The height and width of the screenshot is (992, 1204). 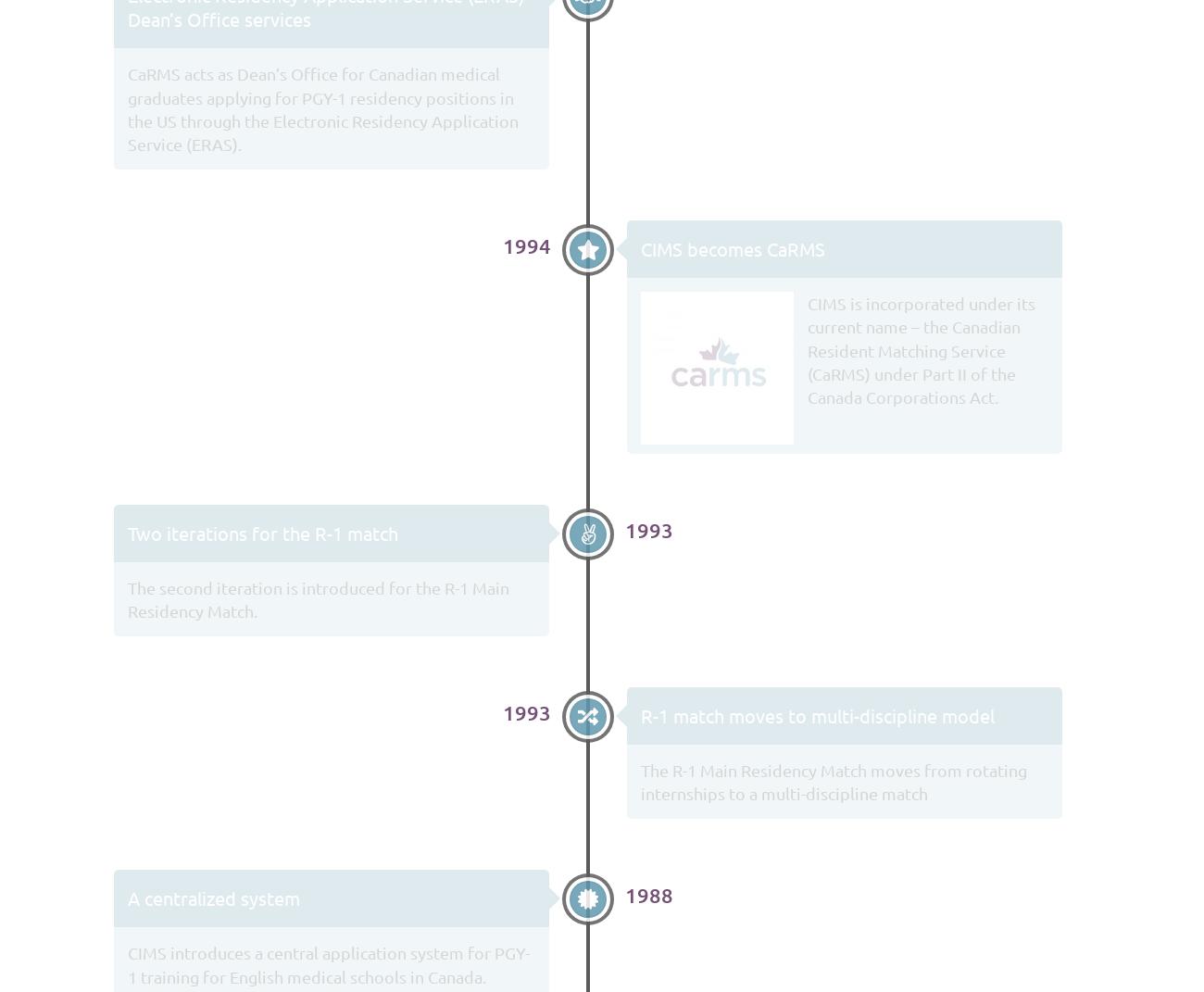 What do you see at coordinates (213, 897) in the screenshot?
I see `'A centralized system'` at bounding box center [213, 897].